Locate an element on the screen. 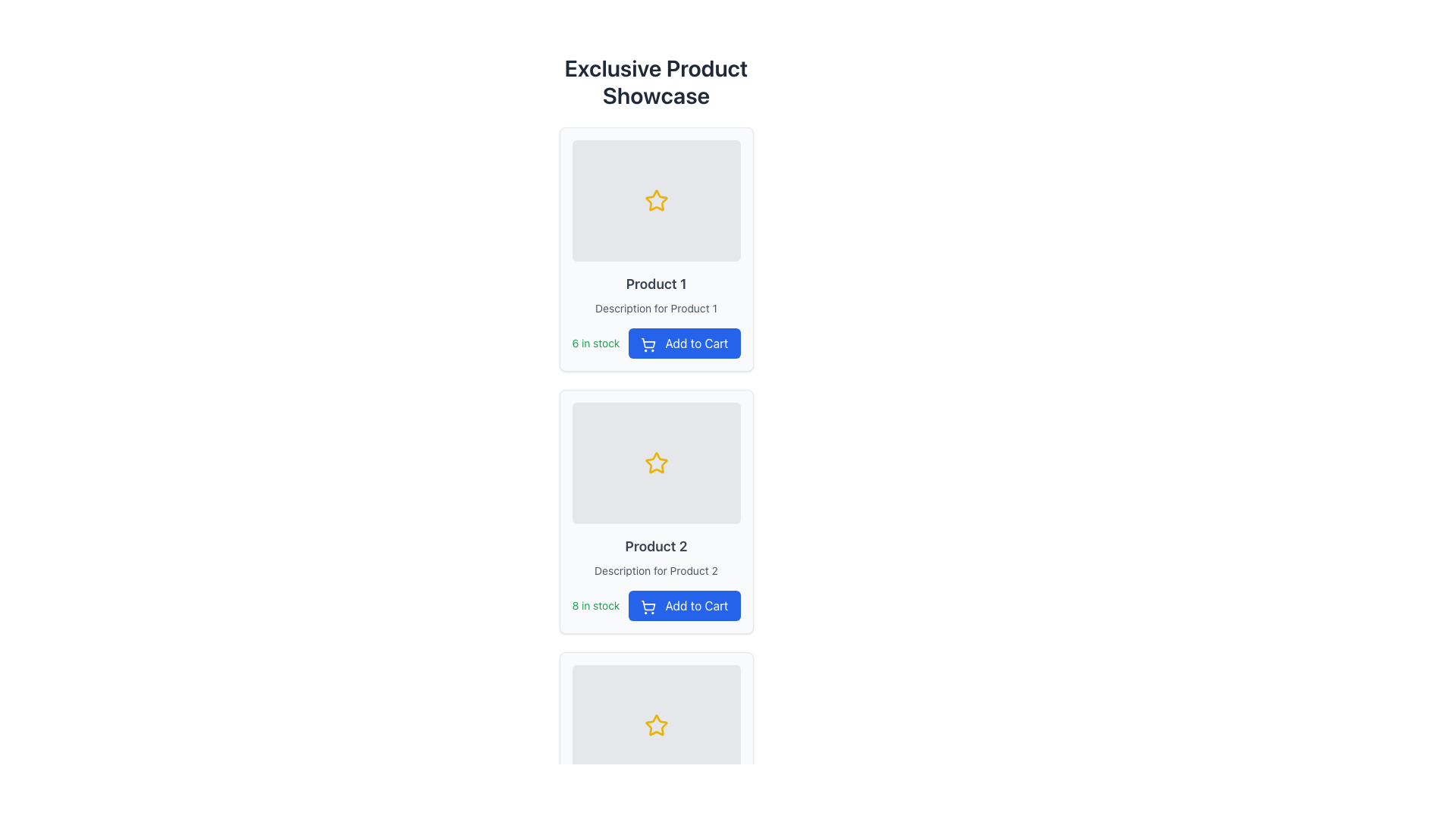  the star icon with a yellow outline located within the third product card, positioned below the text description for Product 2 is located at coordinates (655, 724).